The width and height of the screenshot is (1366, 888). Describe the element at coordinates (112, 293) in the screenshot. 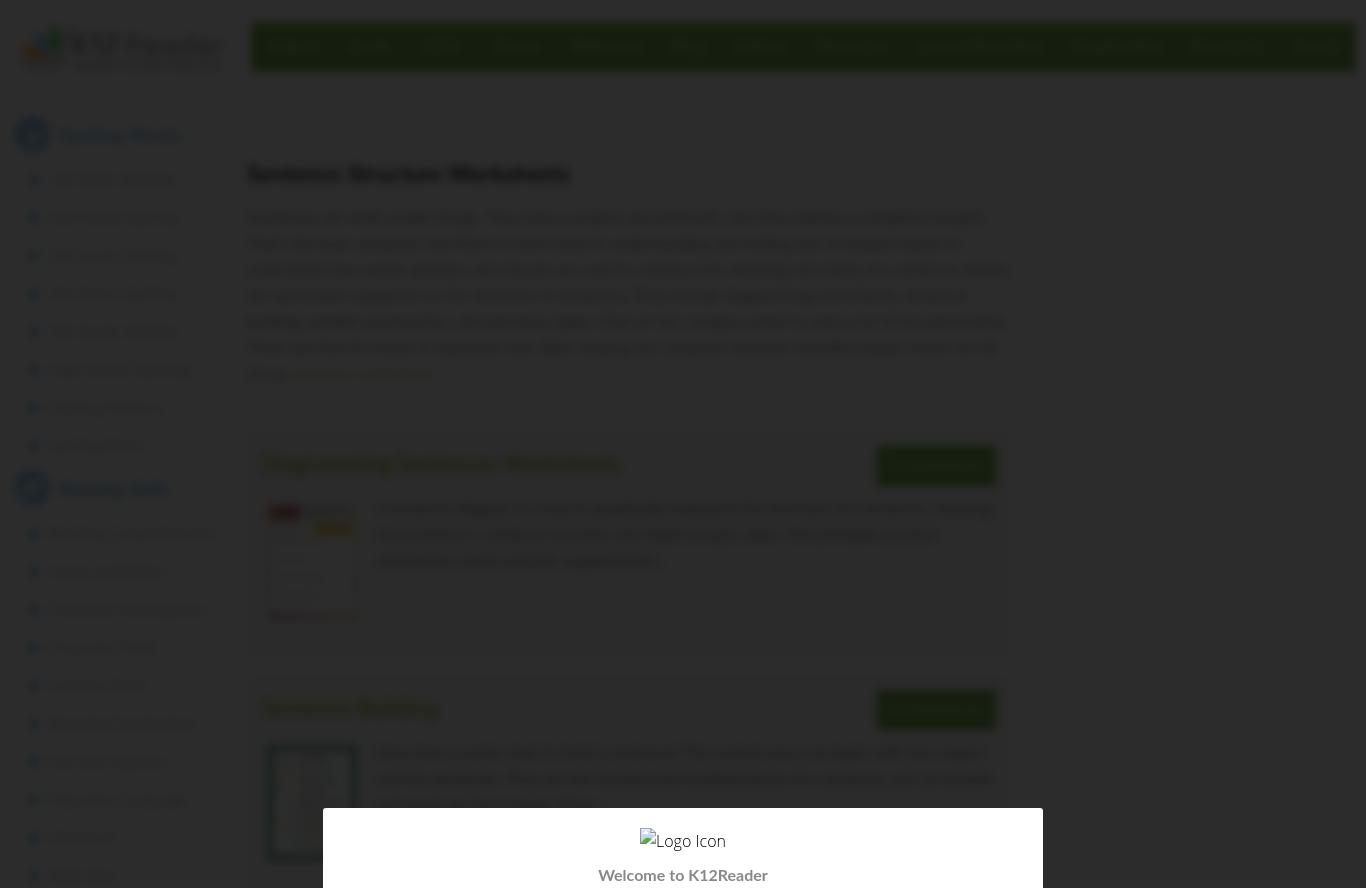

I see `'4th Grade Spelling'` at that location.